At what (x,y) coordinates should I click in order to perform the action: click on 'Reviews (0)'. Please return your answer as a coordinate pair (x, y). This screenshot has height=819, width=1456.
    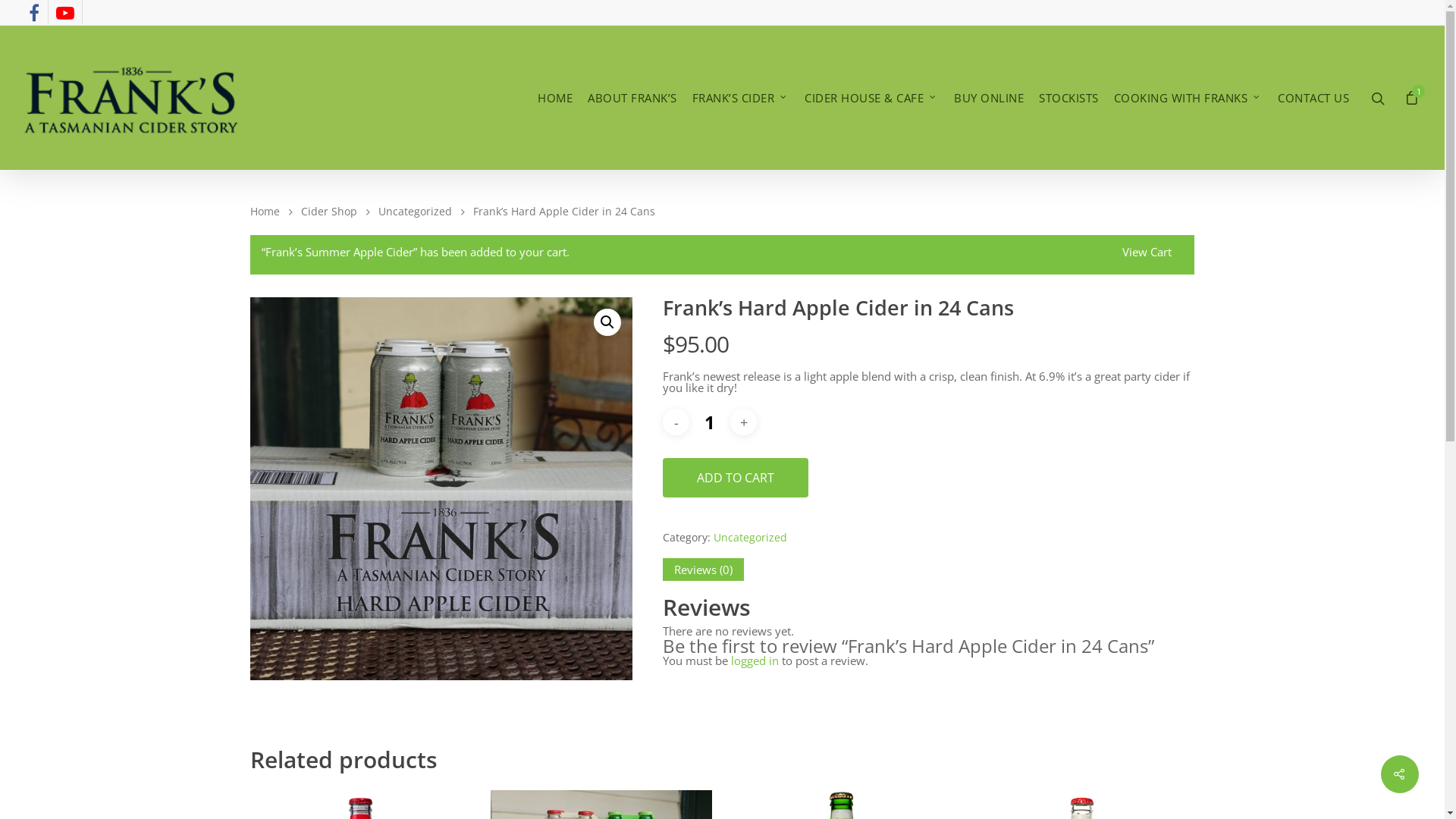
    Looking at the image, I should click on (702, 570).